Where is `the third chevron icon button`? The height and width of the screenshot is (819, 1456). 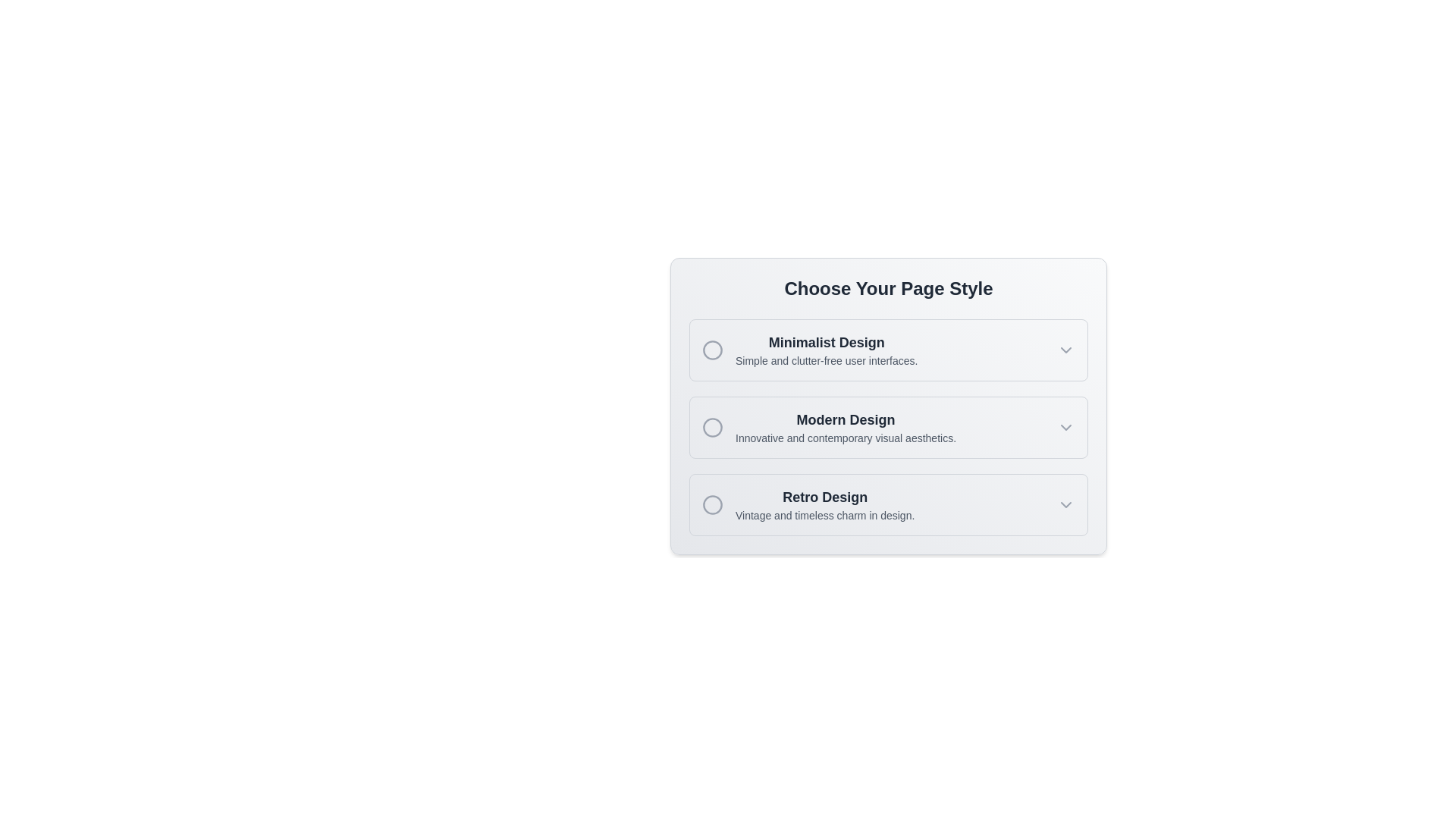 the third chevron icon button is located at coordinates (1065, 505).